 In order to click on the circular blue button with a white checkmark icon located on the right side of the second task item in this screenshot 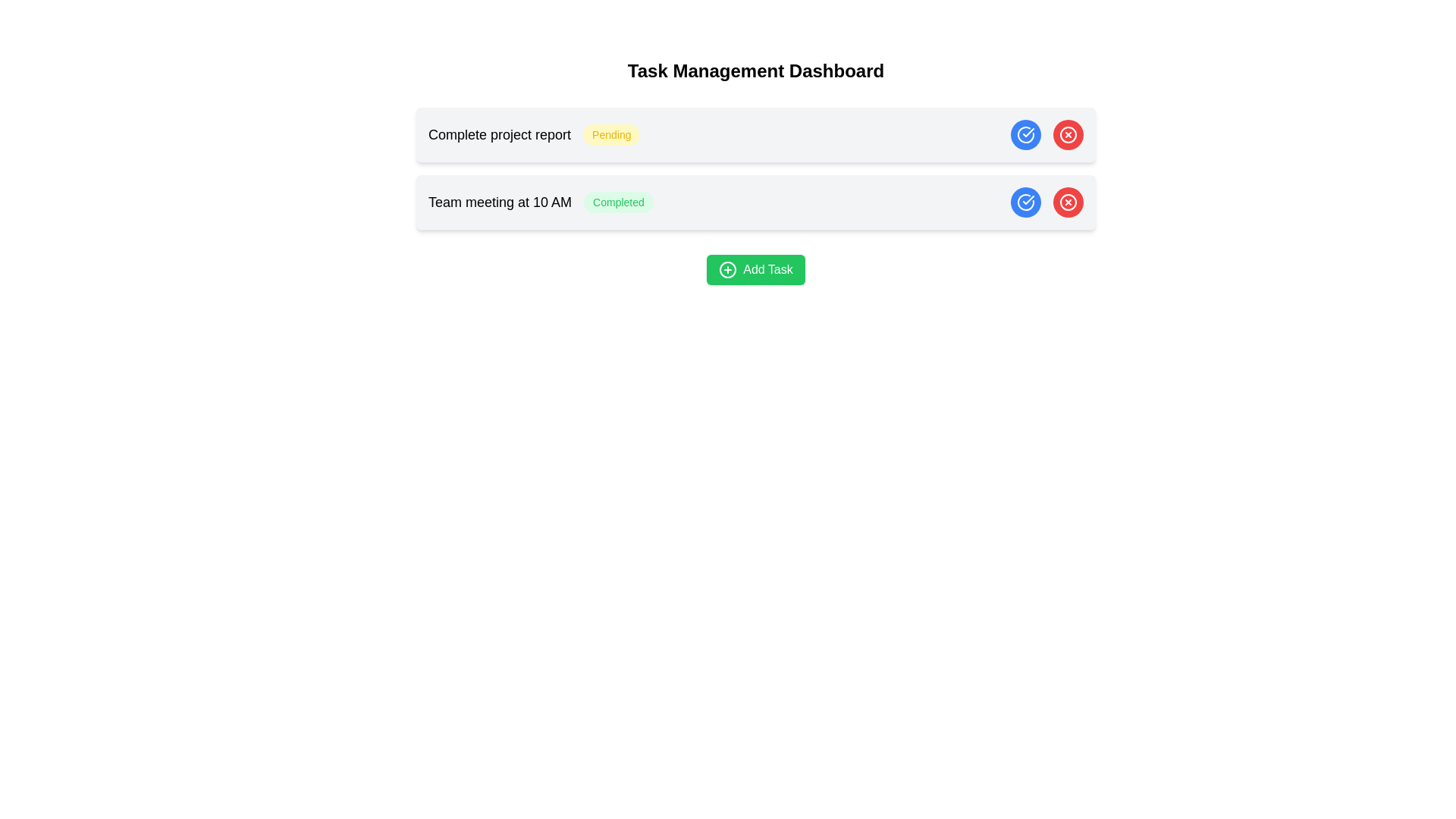, I will do `click(1026, 201)`.